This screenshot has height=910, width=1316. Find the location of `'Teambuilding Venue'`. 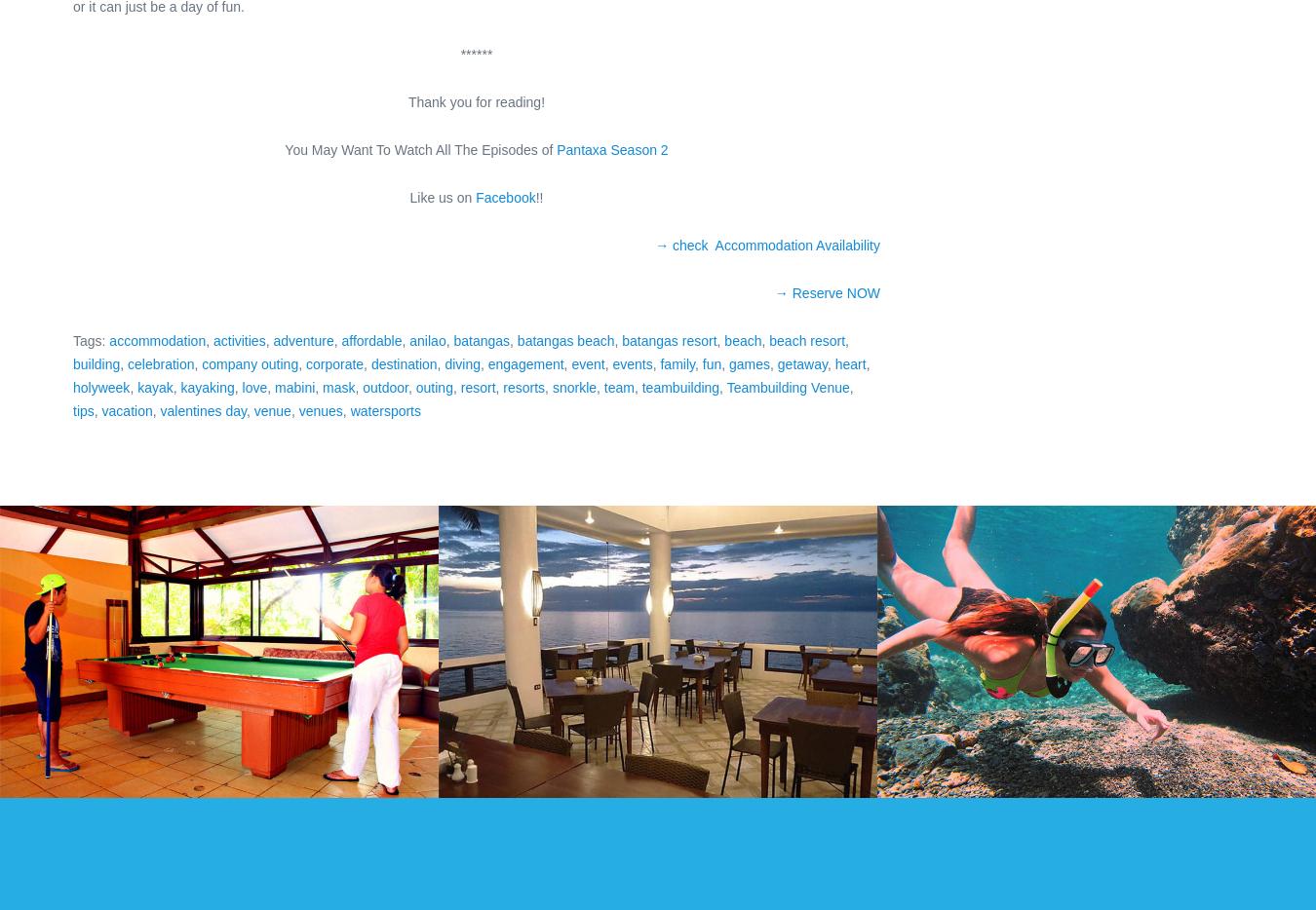

'Teambuilding Venue' is located at coordinates (787, 386).